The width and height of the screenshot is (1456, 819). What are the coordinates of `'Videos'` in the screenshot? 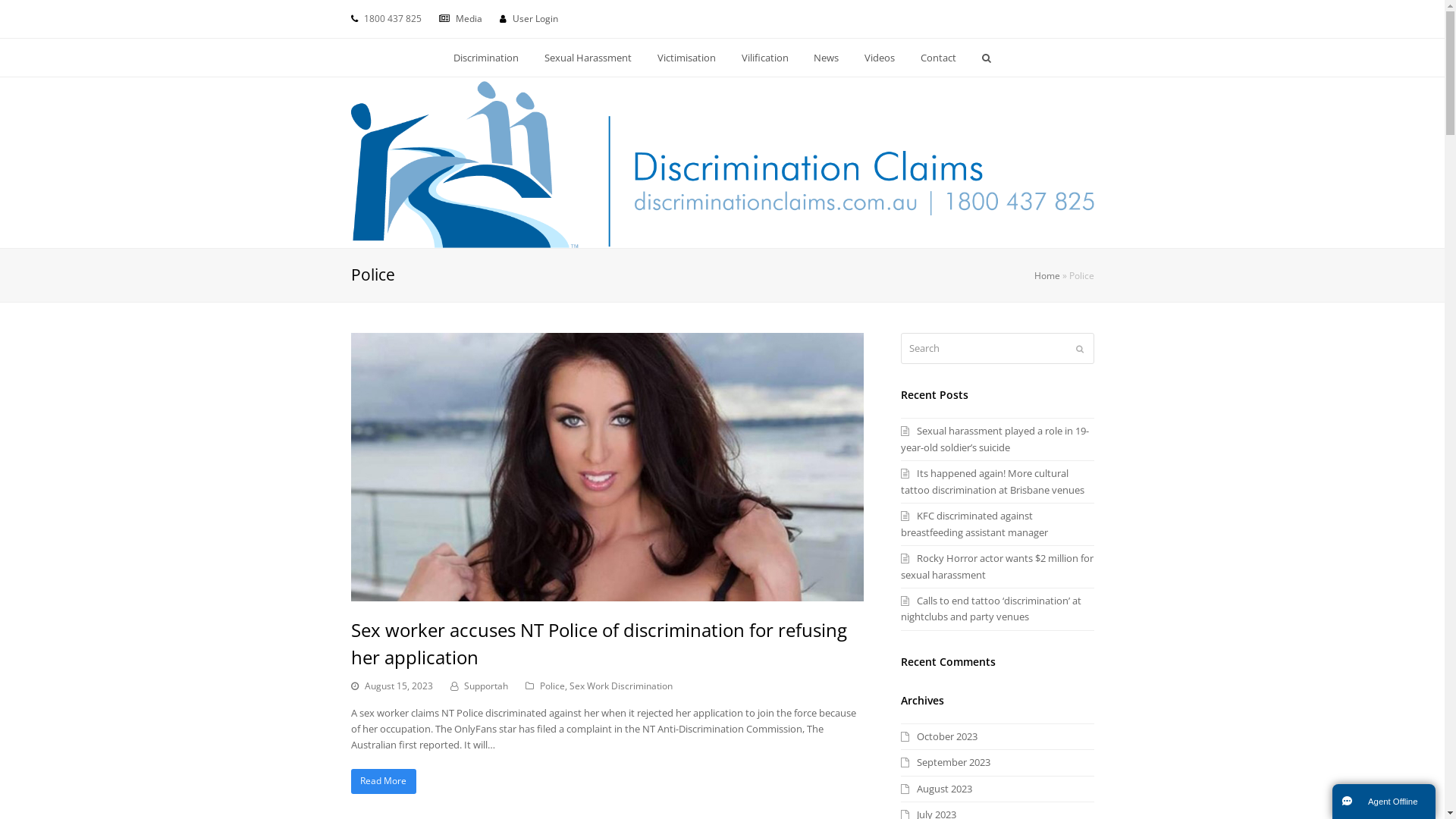 It's located at (852, 57).